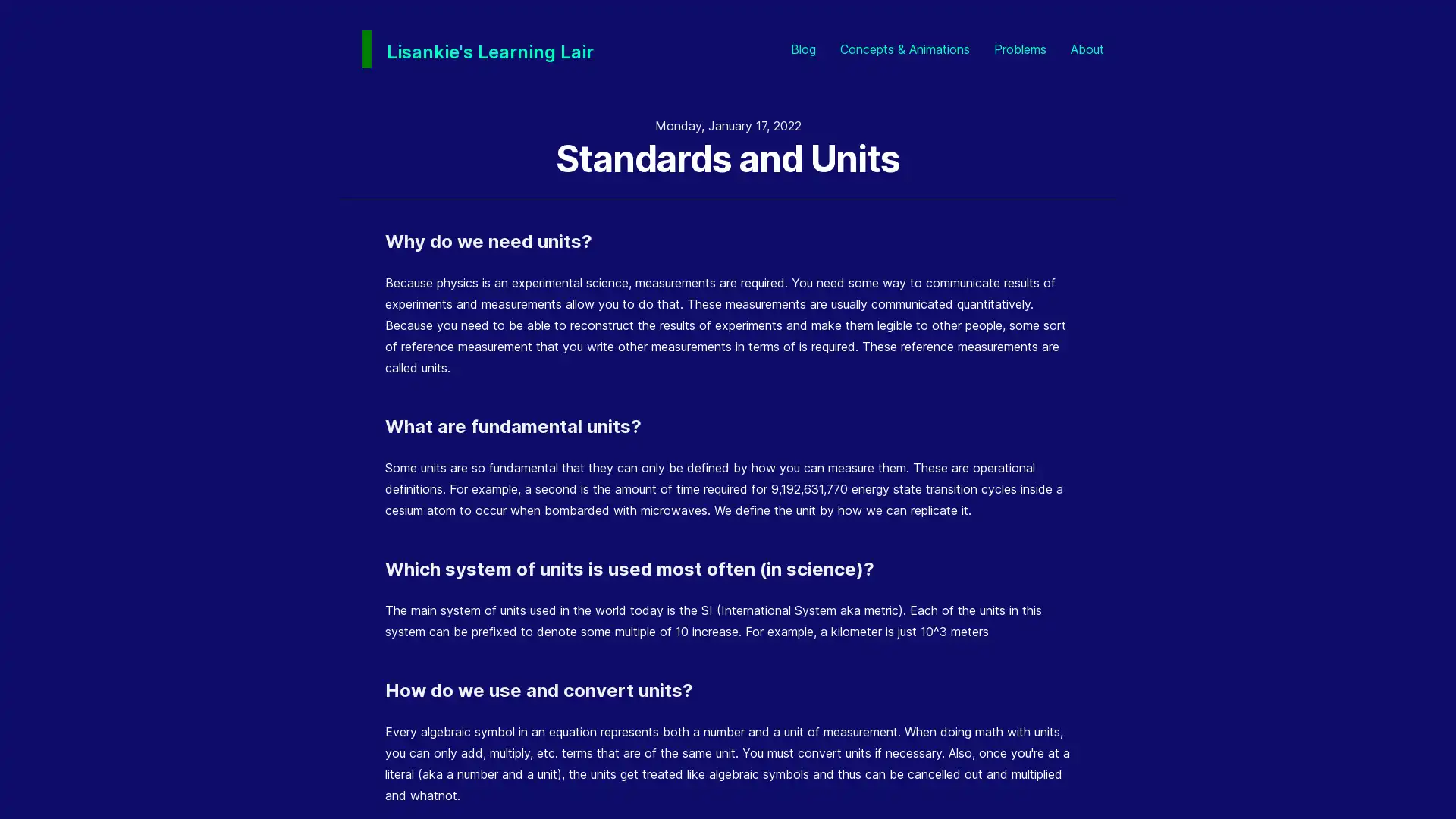  What do you see at coordinates (1417, 780) in the screenshot?
I see `Scroll To Top` at bounding box center [1417, 780].